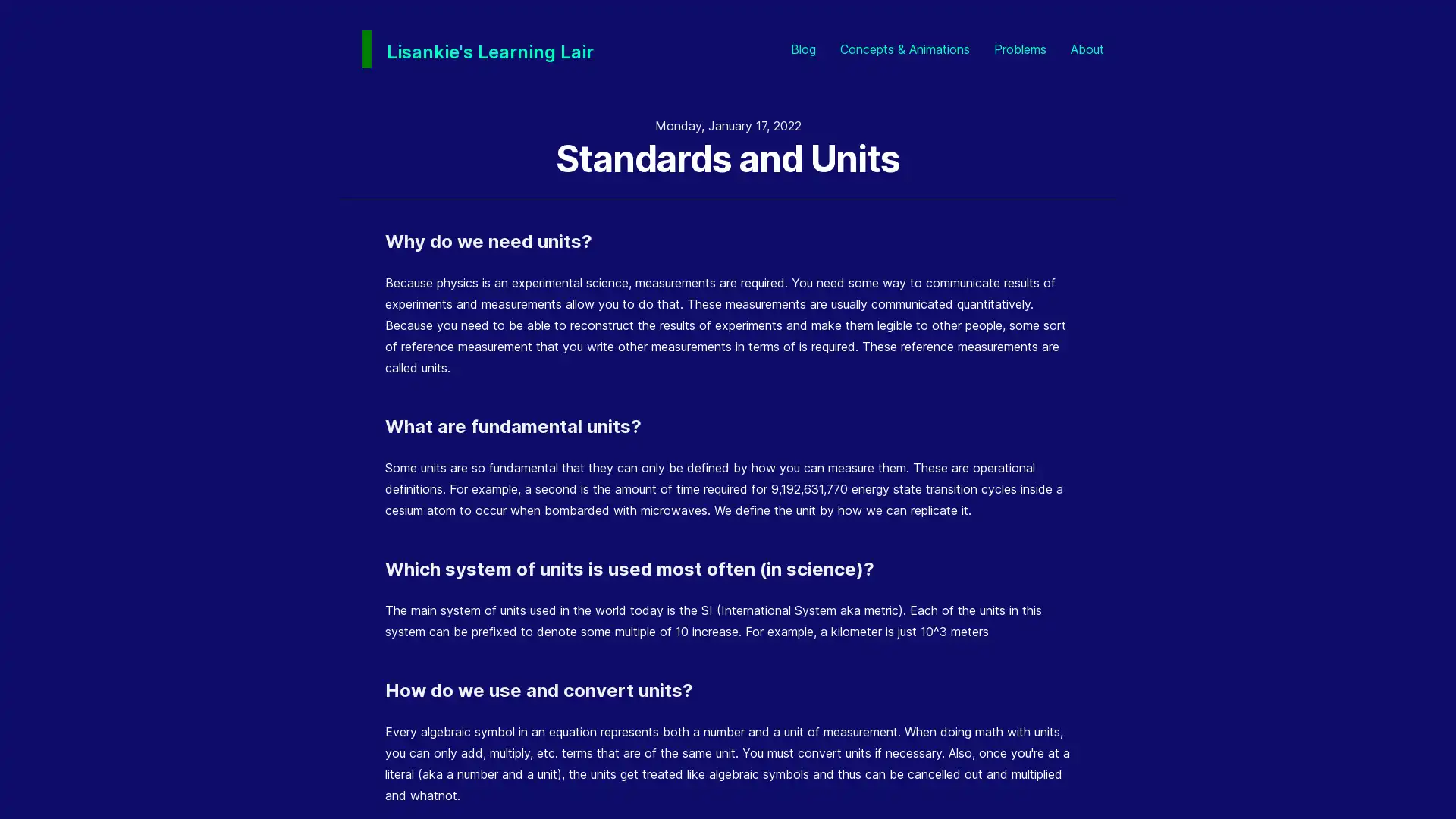  What do you see at coordinates (1417, 780) in the screenshot?
I see `Scroll To Top` at bounding box center [1417, 780].